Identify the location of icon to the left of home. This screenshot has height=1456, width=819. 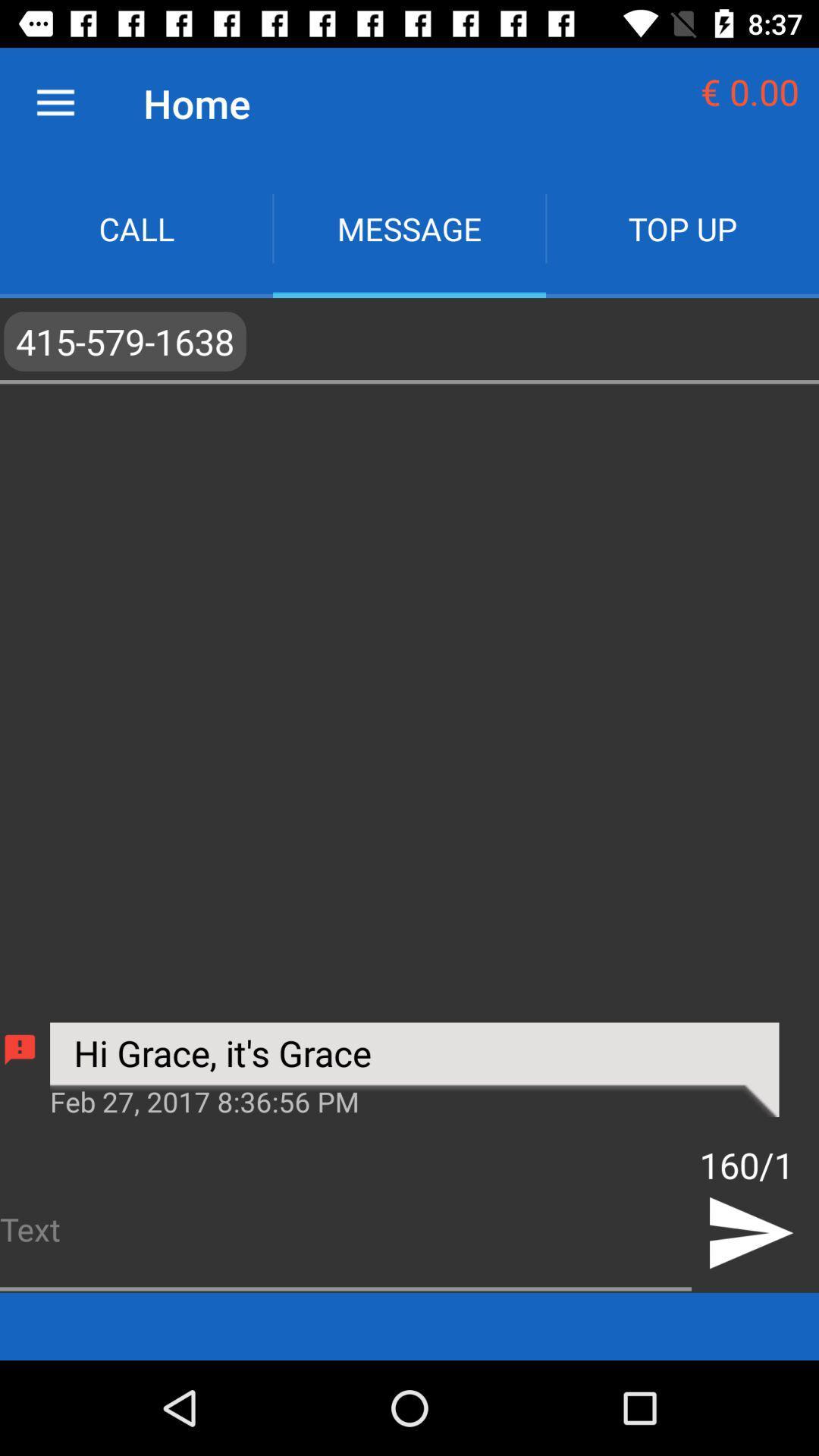
(55, 102).